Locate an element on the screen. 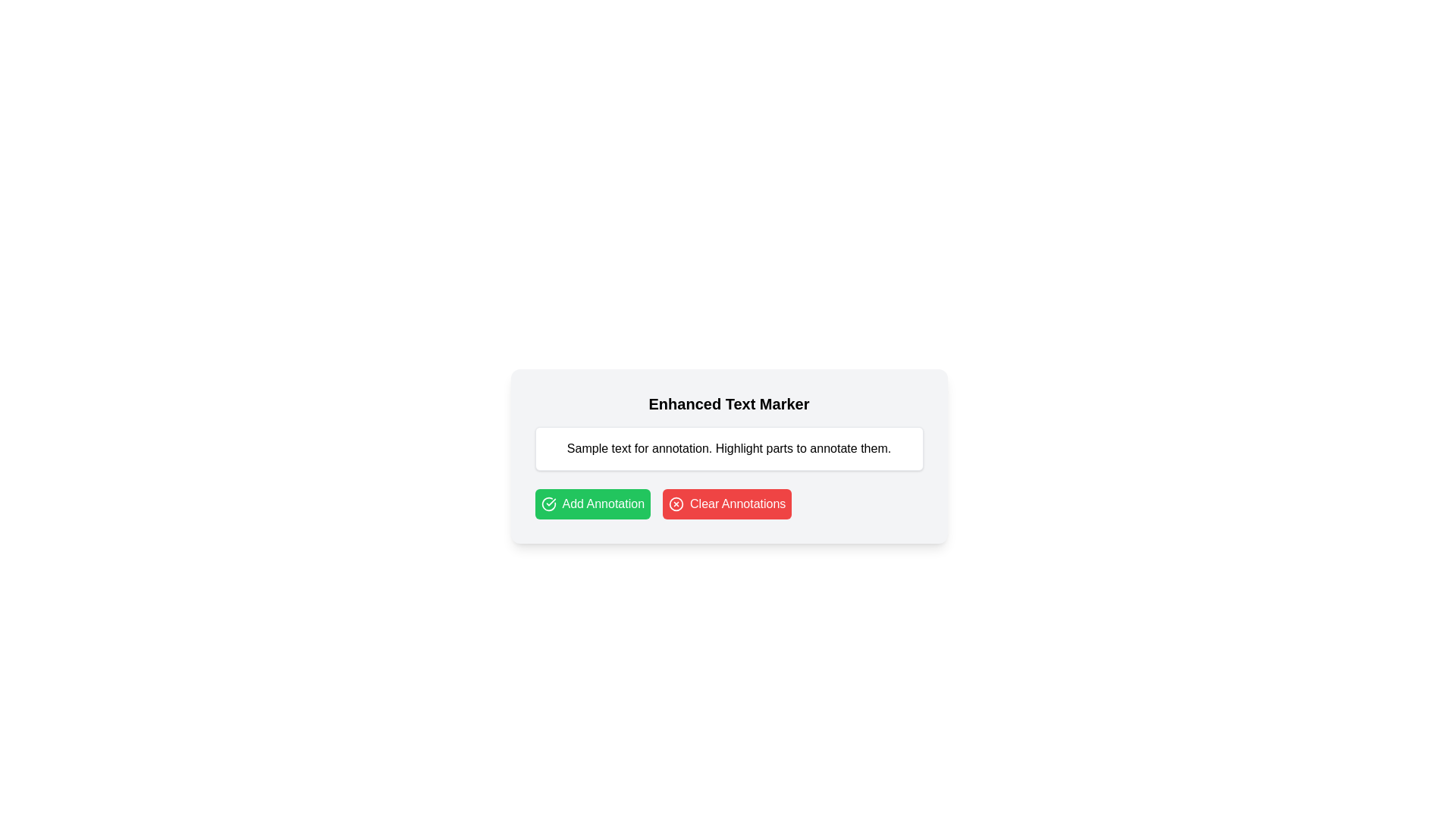 The height and width of the screenshot is (819, 1456). the narrow vertical space located within the sentence 'Sample text for annotation. Highlight parts to annotate them.' positioned between the words 'Highlight' and 'parts' is located at coordinates (764, 447).